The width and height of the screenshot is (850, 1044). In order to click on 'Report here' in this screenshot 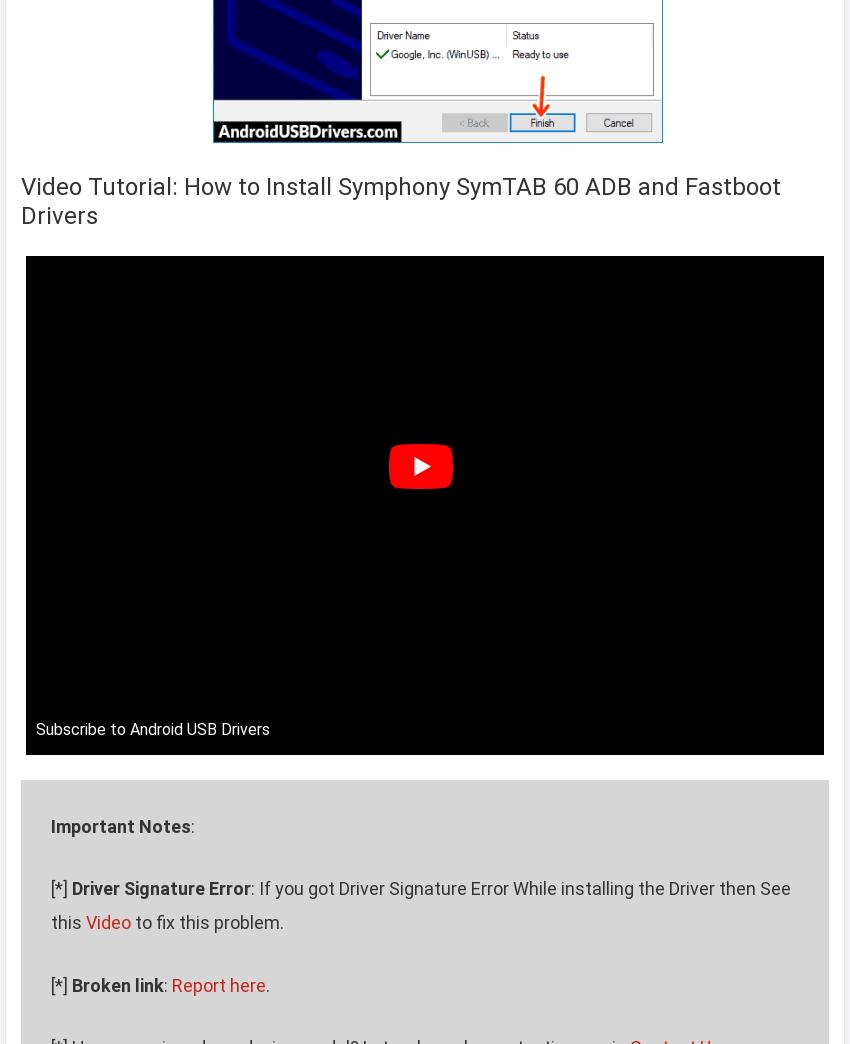, I will do `click(218, 984)`.